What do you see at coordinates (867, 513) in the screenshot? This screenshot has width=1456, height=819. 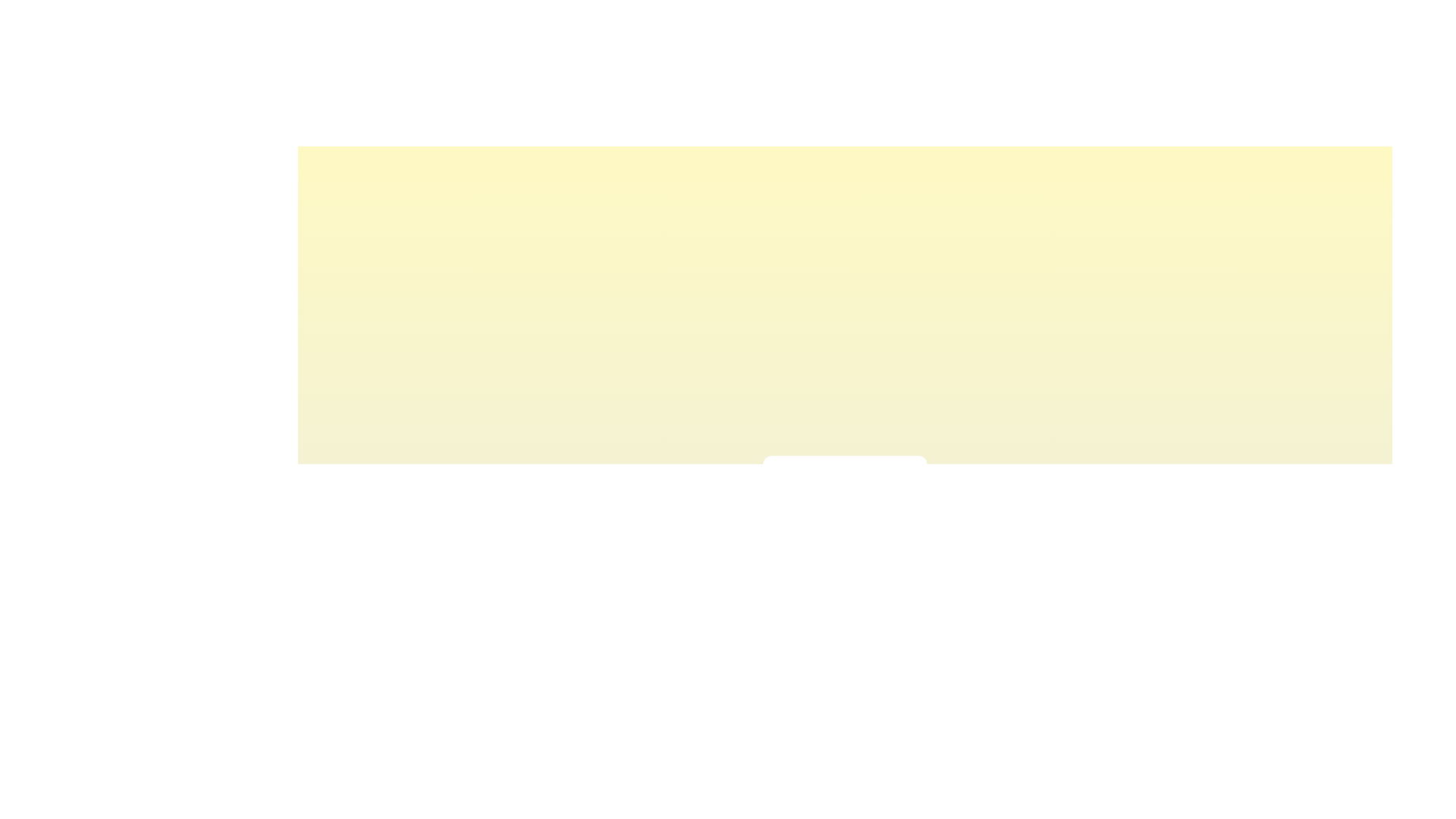 I see `the light intensity to 67% by dragging the slider` at bounding box center [867, 513].